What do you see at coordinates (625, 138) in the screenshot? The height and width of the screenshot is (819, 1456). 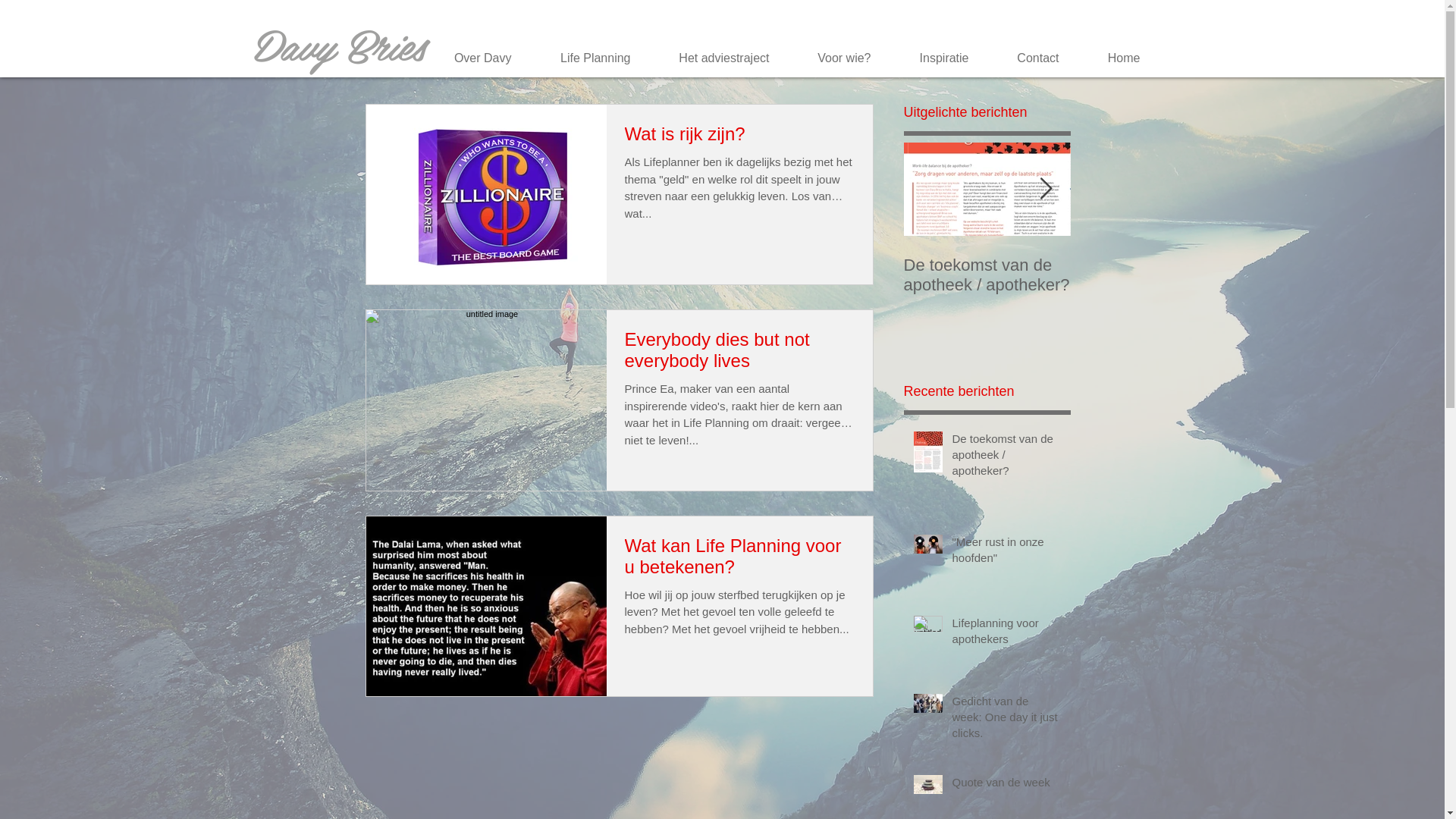 I see `'Wat is rijk zijn?'` at bounding box center [625, 138].